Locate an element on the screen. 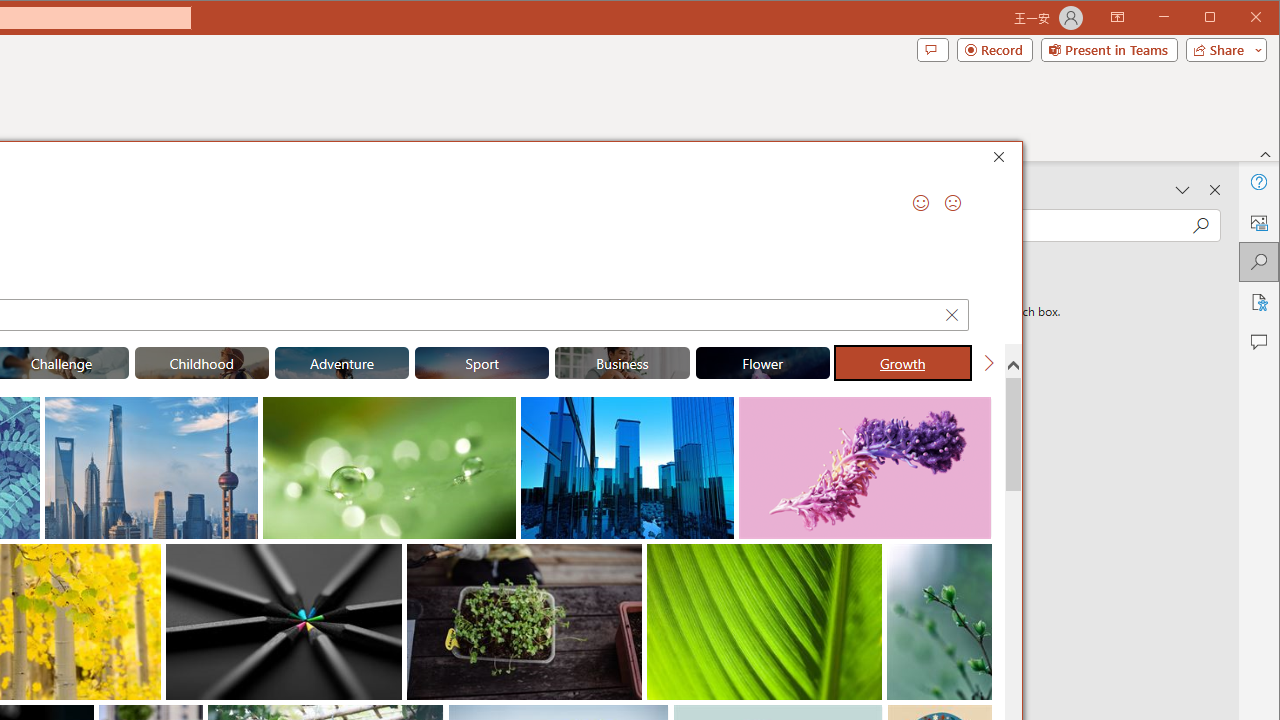 The image size is (1280, 720). 'Send a Smile' is located at coordinates (919, 203).